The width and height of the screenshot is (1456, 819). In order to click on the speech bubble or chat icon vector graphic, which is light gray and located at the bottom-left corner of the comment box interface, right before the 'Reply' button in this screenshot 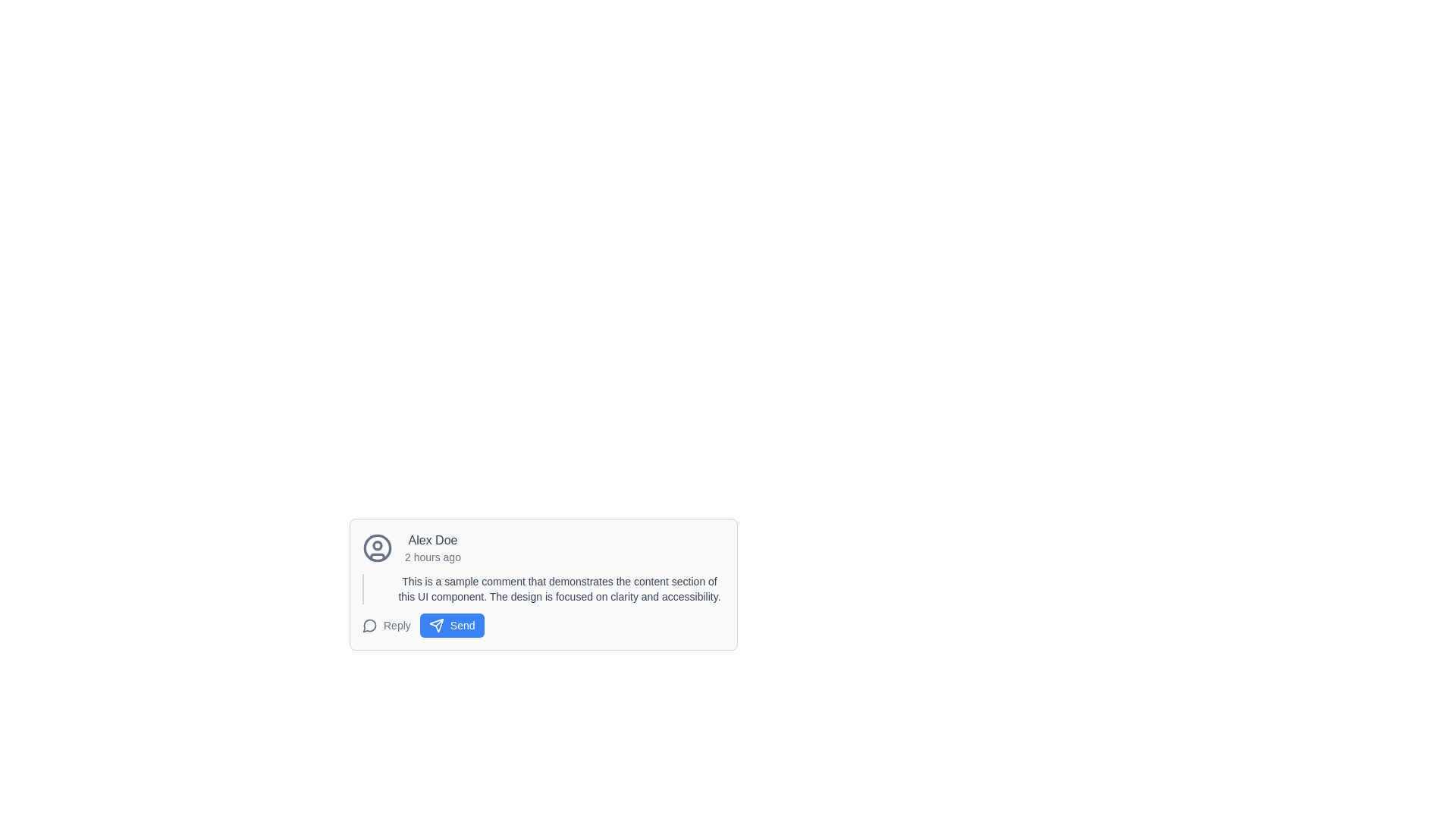, I will do `click(369, 626)`.